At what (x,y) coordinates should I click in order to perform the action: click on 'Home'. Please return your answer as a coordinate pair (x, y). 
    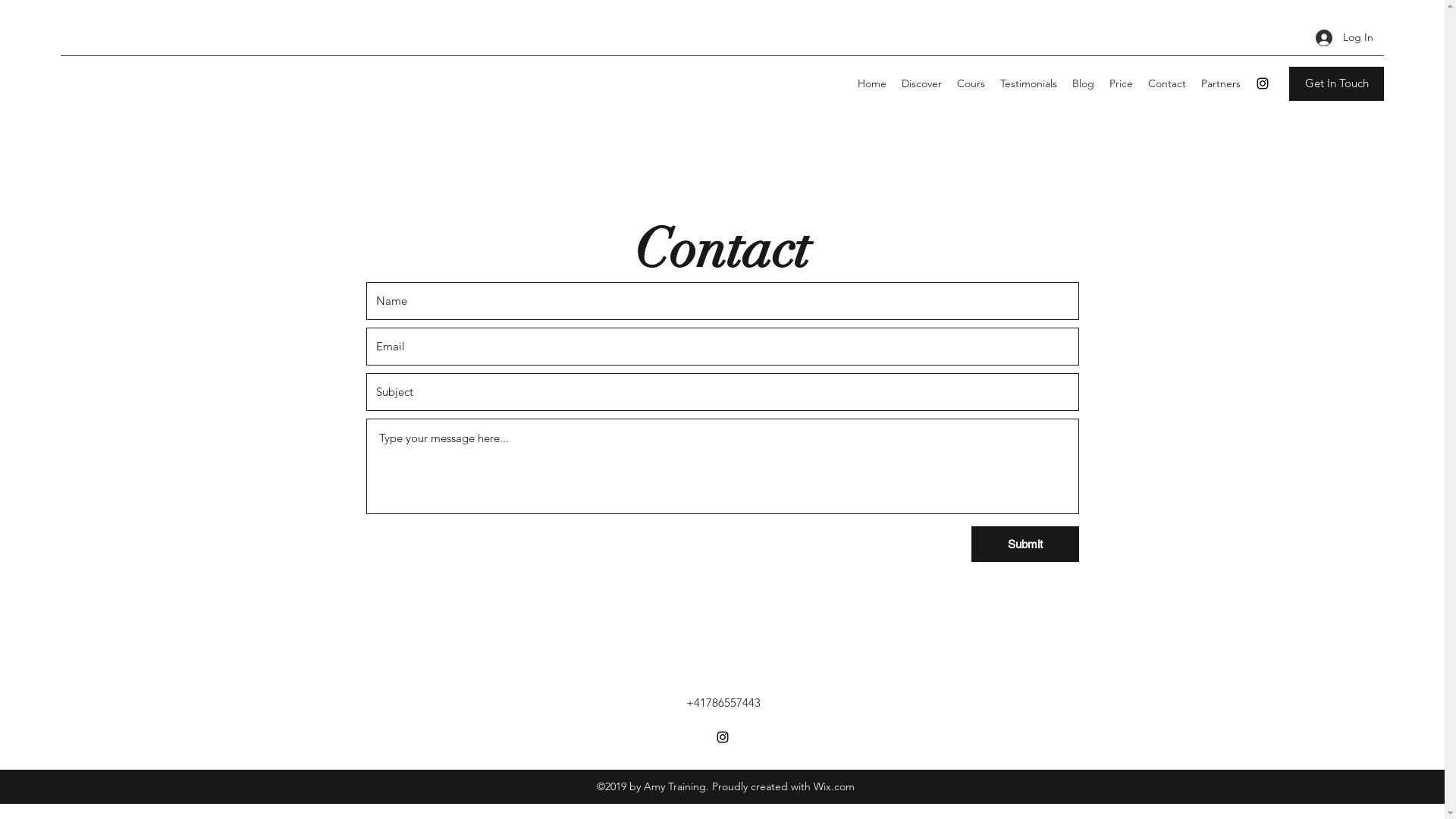
    Looking at the image, I should click on (872, 83).